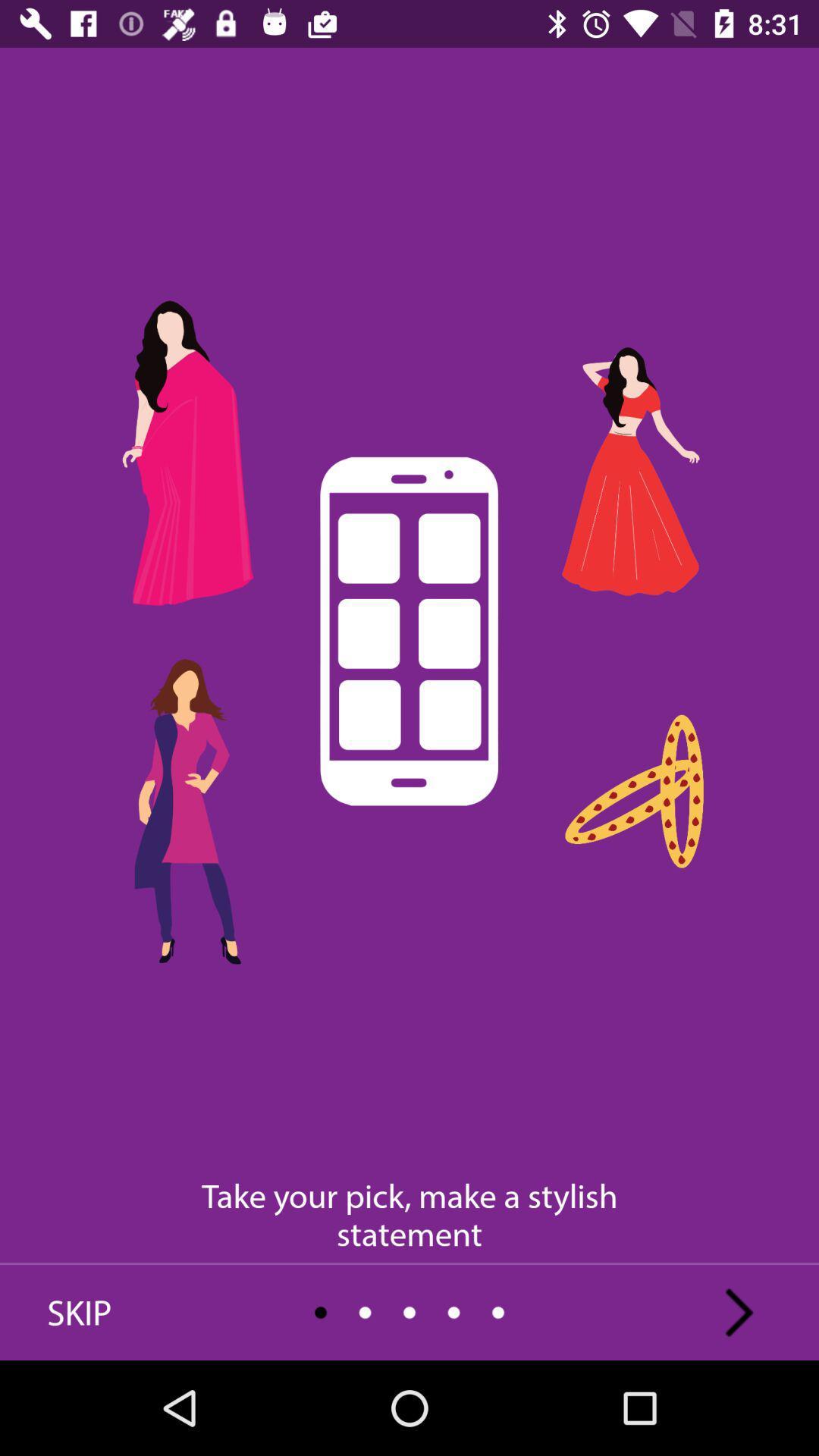 The image size is (819, 1456). I want to click on item at the bottom right corner, so click(739, 1312).